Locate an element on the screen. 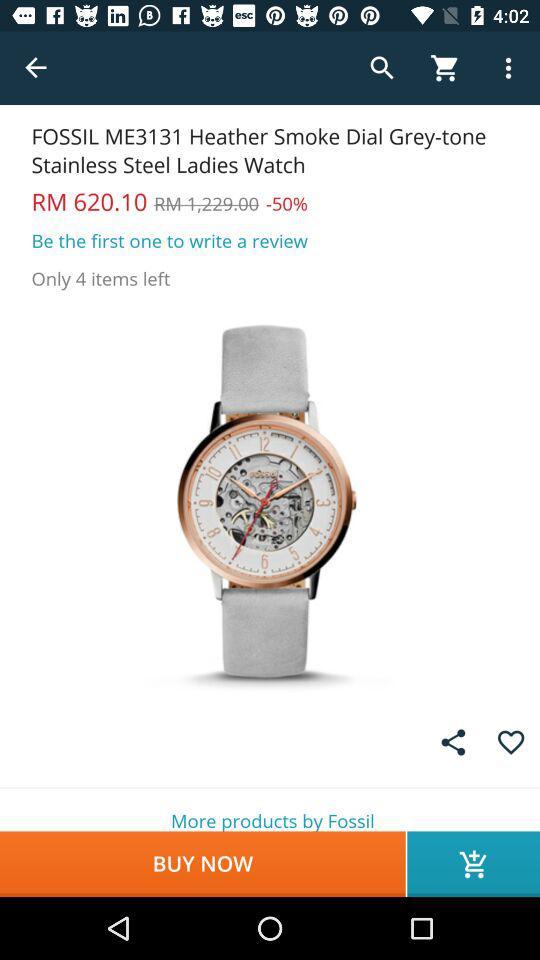 The width and height of the screenshot is (540, 960). icon below more products by item is located at coordinates (202, 863).